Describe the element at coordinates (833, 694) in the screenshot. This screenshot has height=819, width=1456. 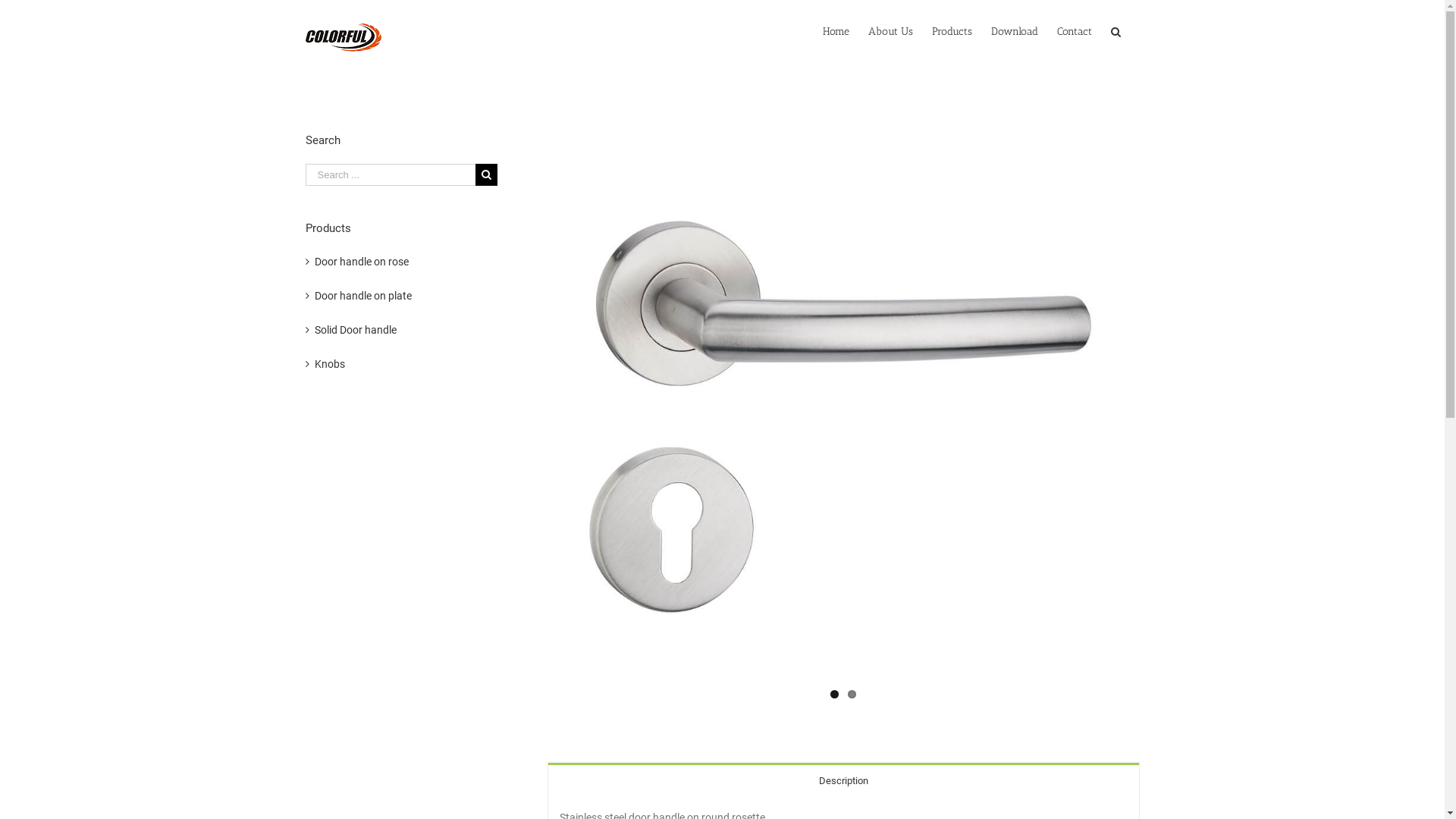
I see `'1'` at that location.